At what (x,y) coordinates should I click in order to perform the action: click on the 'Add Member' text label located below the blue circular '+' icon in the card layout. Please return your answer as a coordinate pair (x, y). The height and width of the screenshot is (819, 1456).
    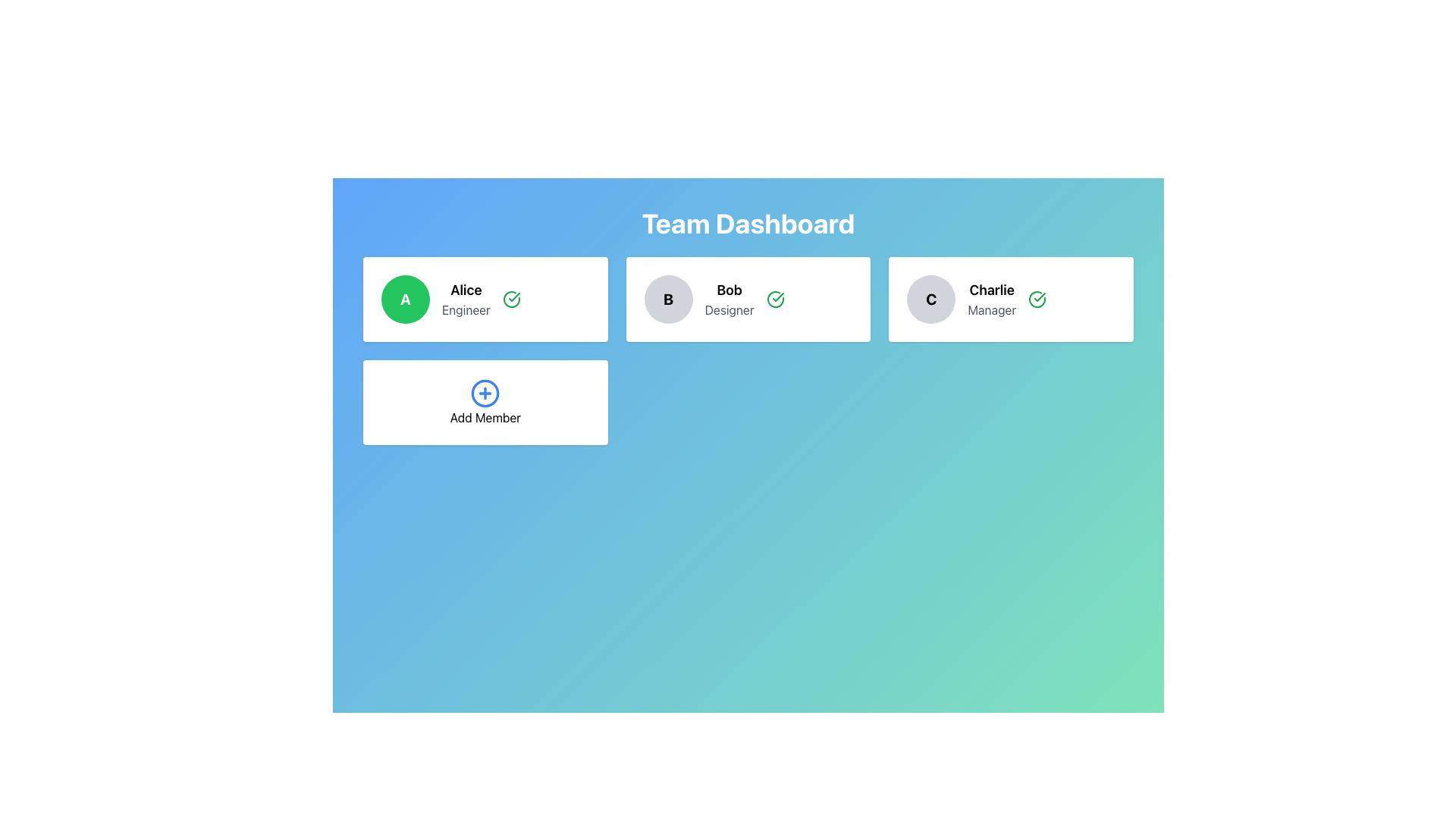
    Looking at the image, I should click on (484, 418).